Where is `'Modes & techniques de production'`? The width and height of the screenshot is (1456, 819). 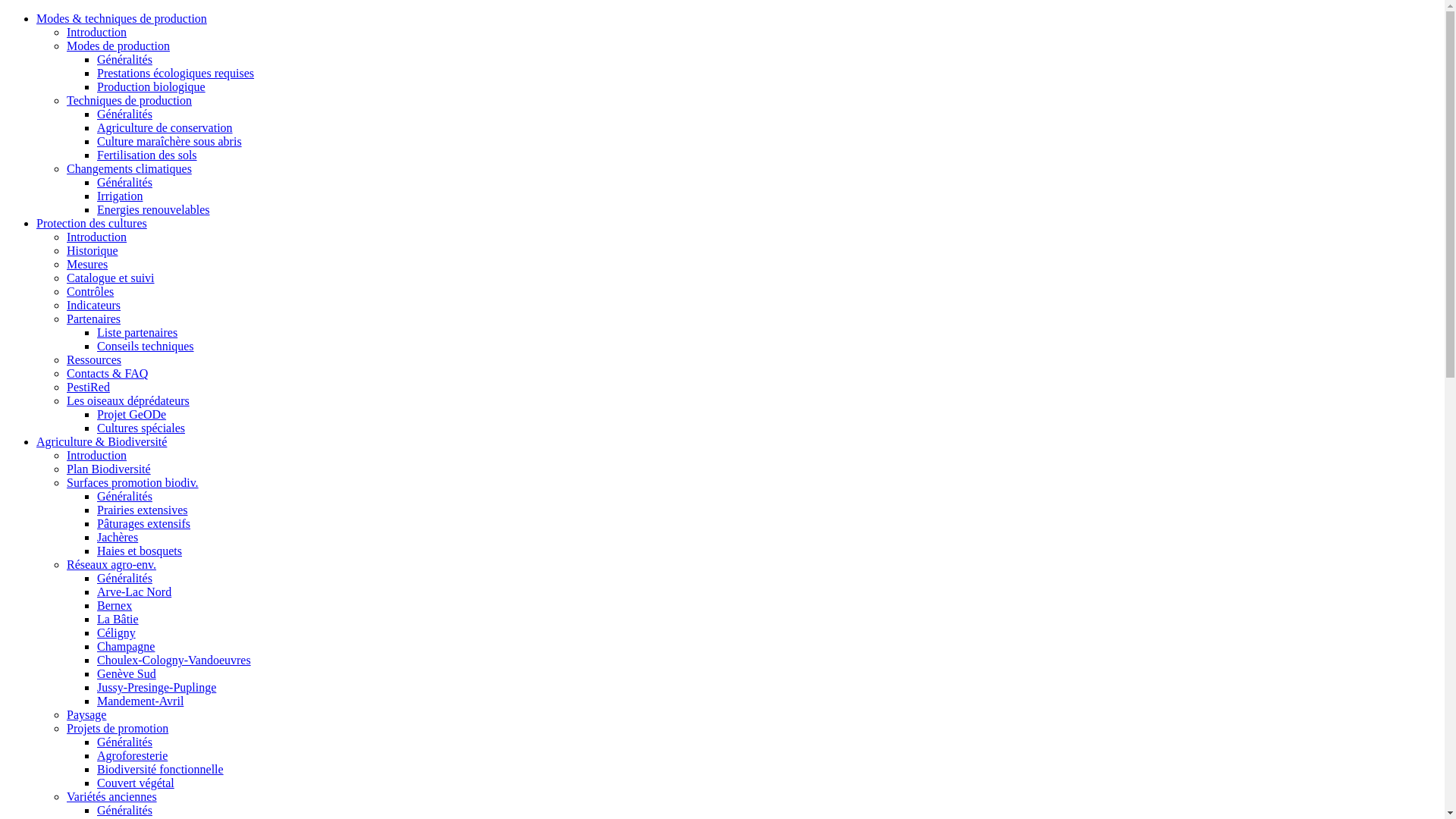 'Modes & techniques de production' is located at coordinates (121, 18).